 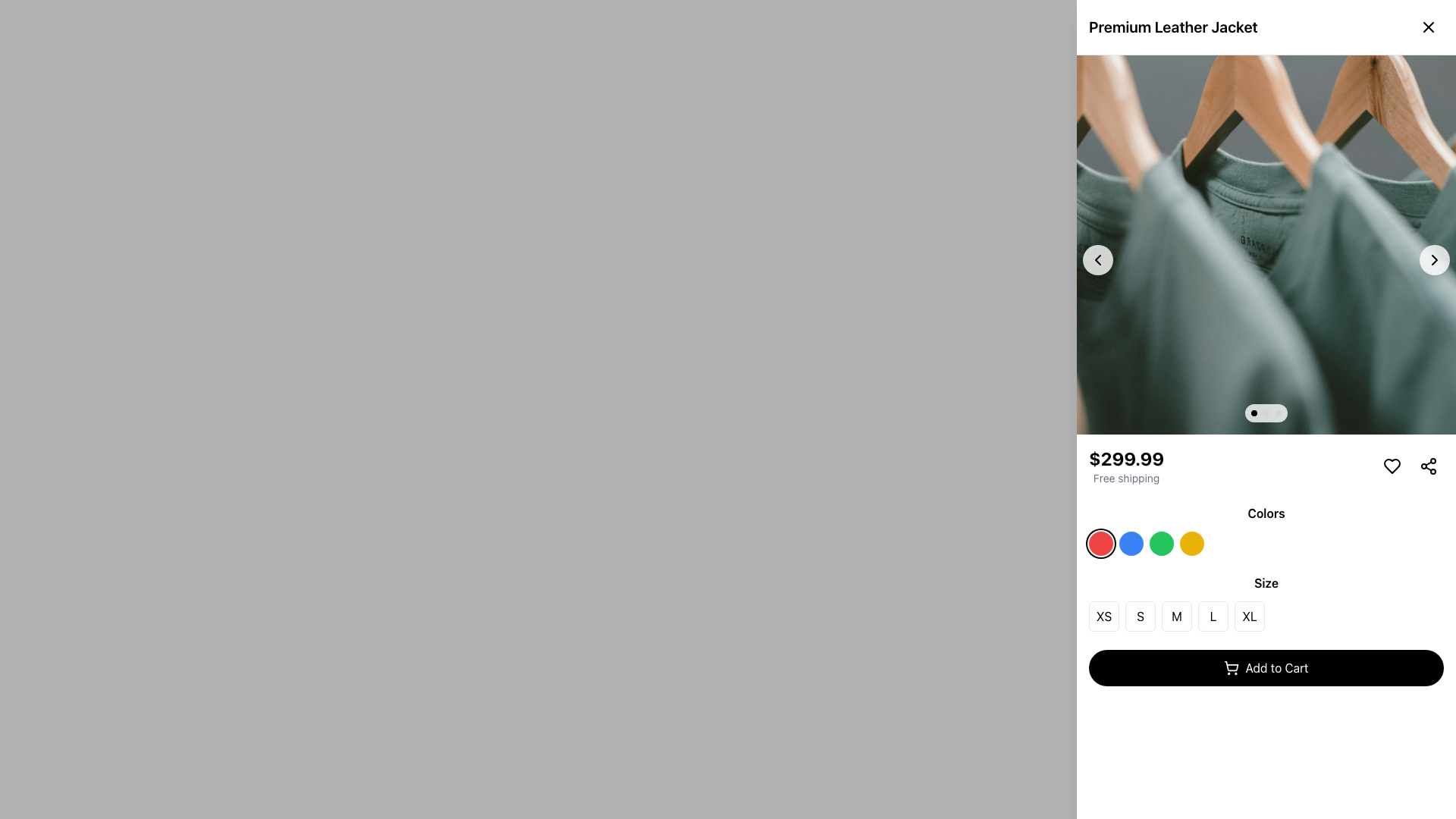 I want to click on the size selection button labeled 'M', which is a square box with a rounded border and contains the letter 'M' centered within it, so click(x=1175, y=617).